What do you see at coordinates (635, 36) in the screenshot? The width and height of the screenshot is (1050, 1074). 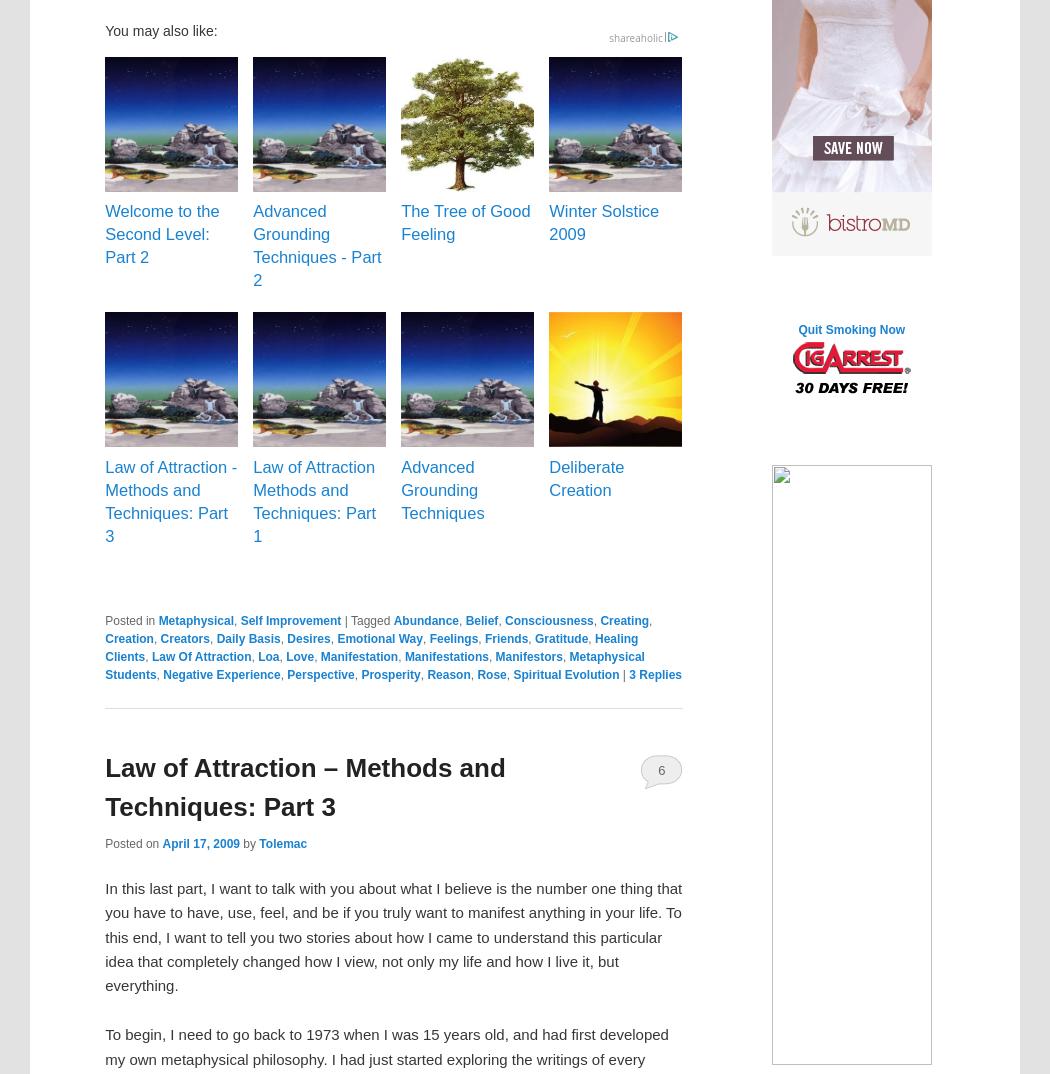 I see `'shareaholic'` at bounding box center [635, 36].